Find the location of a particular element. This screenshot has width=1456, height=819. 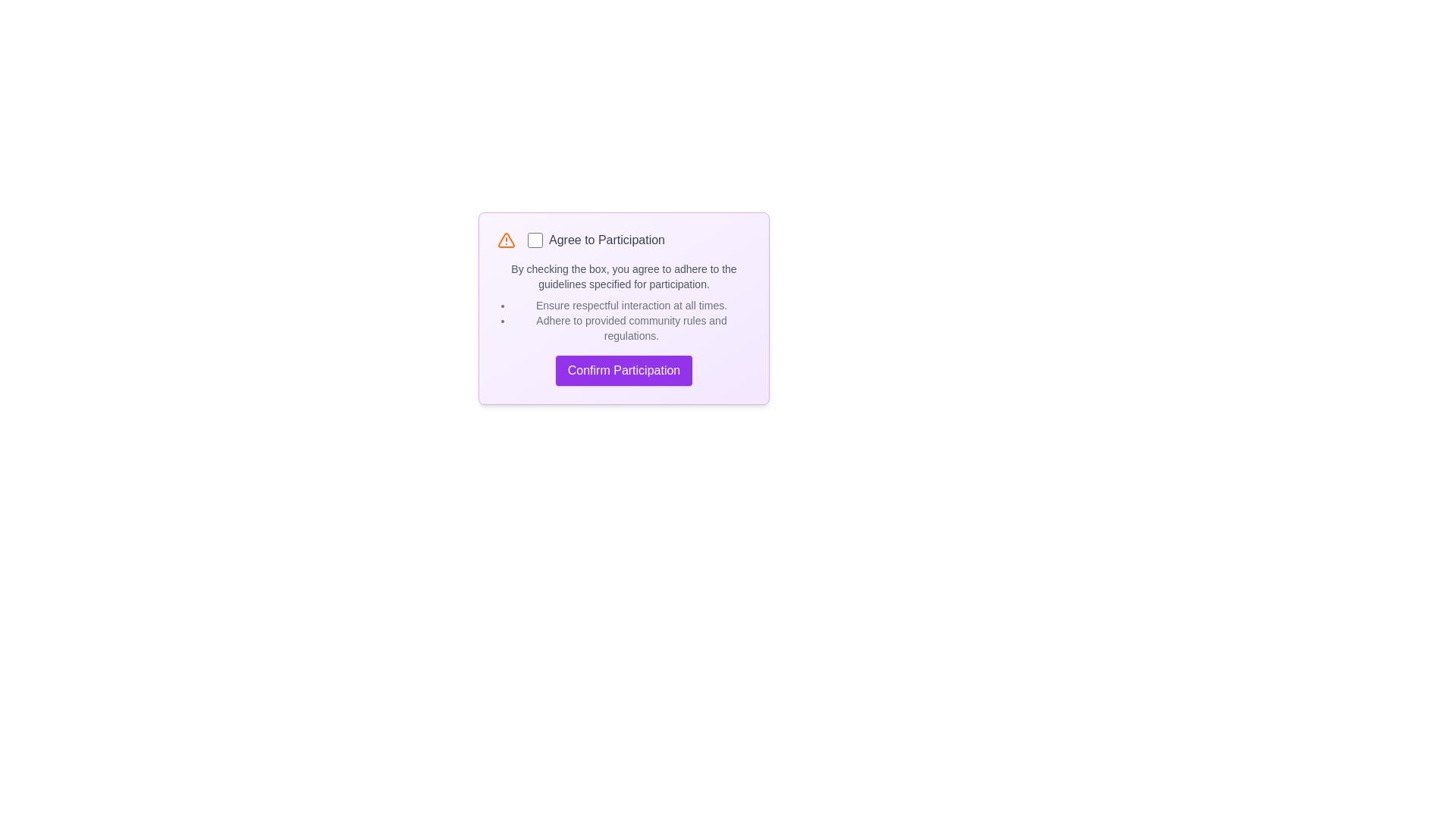

the Text block element that contains guidelines and rules for participation, located in the middle section of a card-like panel, below the 'Agree to Participation' checkbox and above the 'Confirm Participation' button is located at coordinates (623, 302).